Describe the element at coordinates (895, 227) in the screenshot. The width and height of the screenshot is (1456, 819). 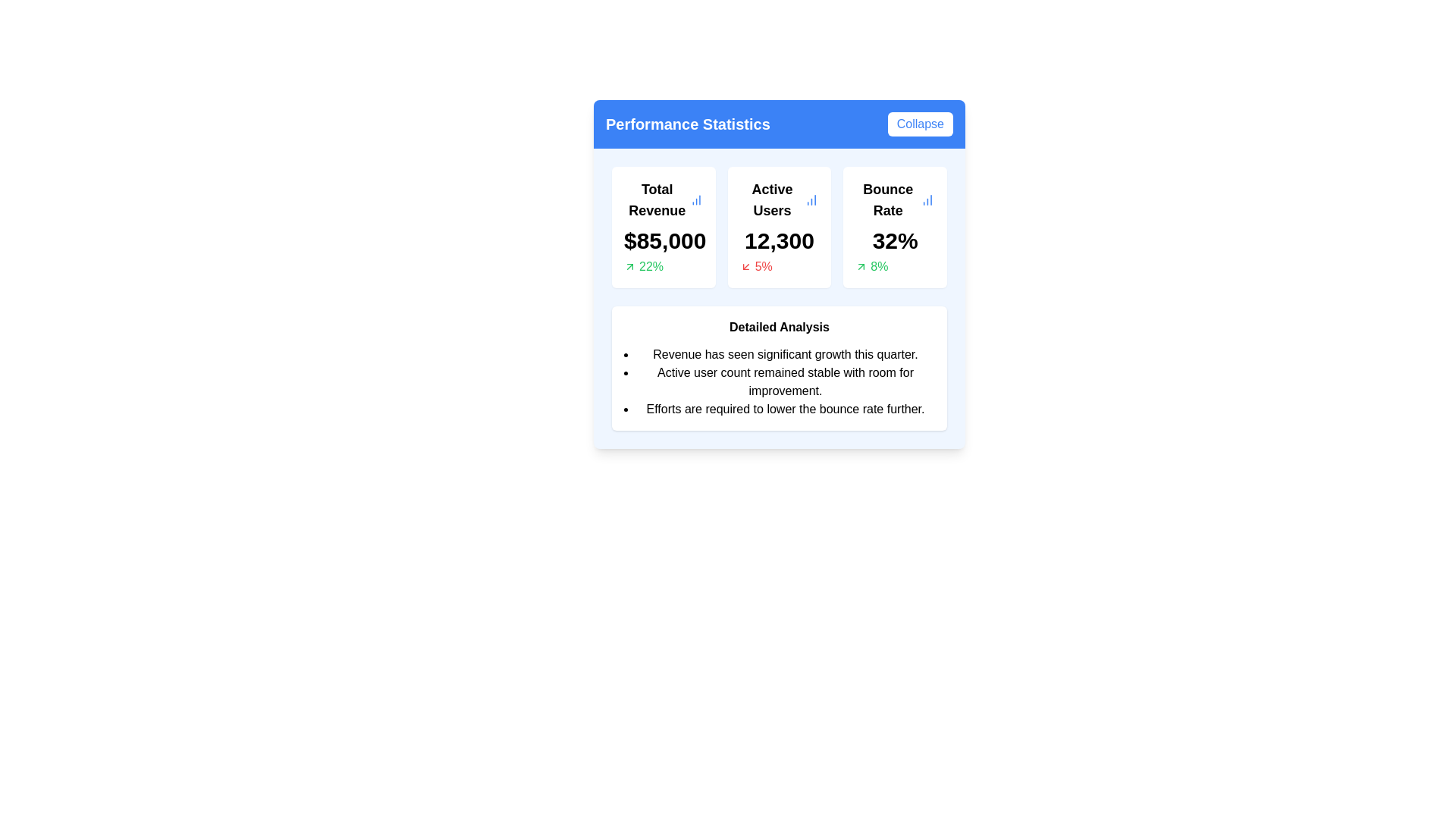
I see `displayed information from the 'Bounce Rate' information card, which is a white card with rounded corners, showing '32%' in bold and '8%' in green with an upward arrow icon` at that location.